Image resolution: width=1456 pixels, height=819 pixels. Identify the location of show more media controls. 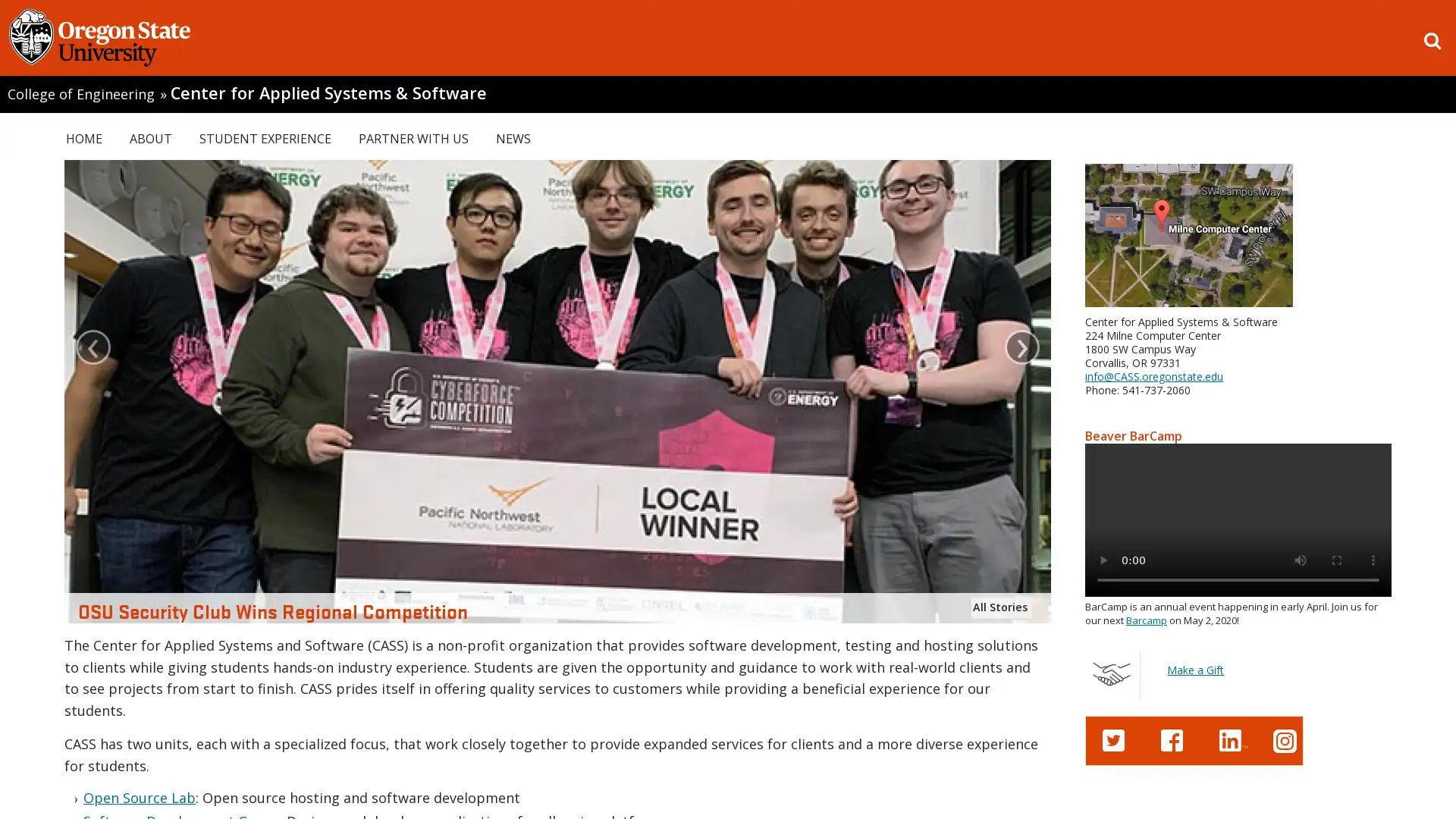
(1372, 559).